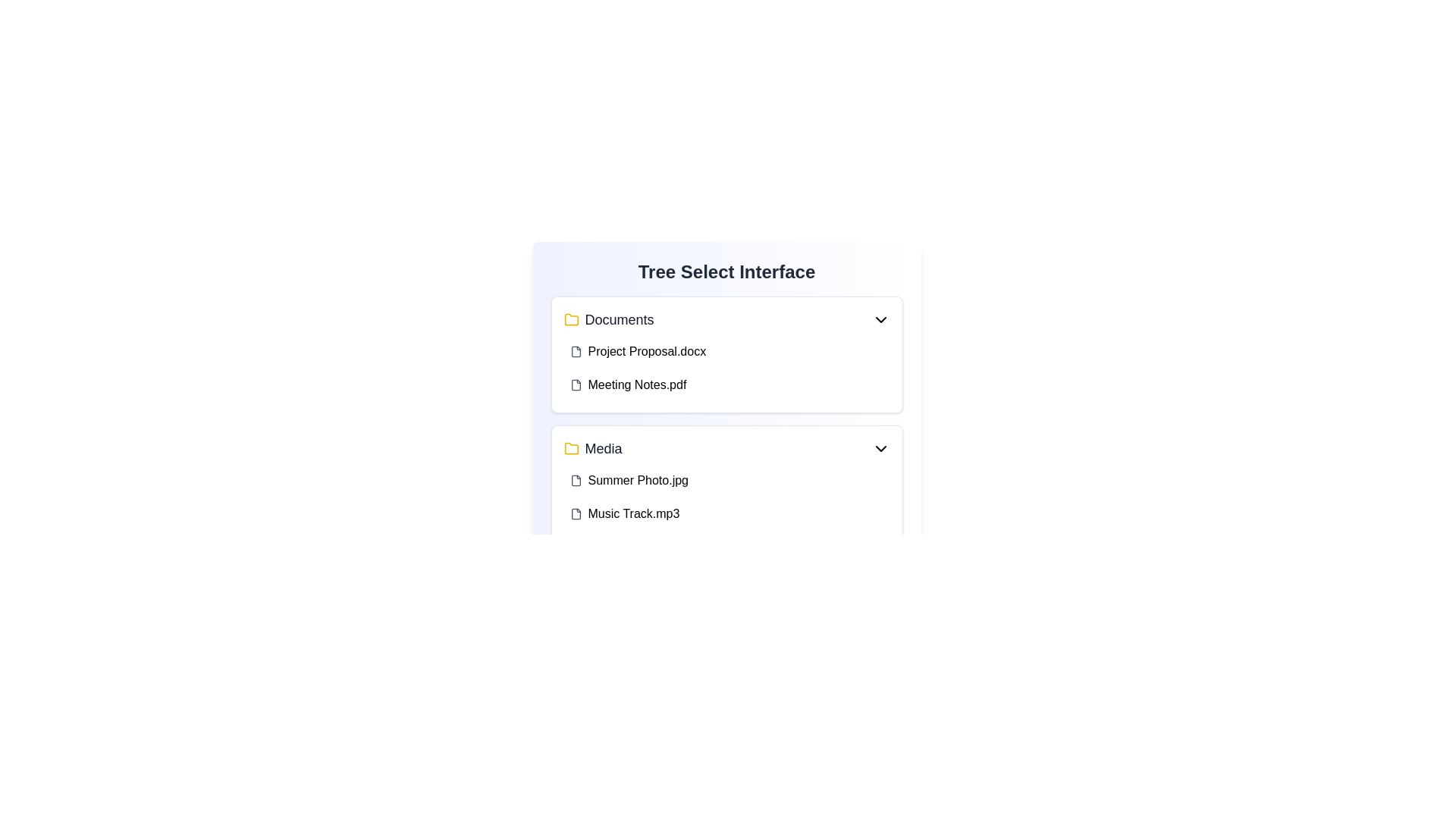 This screenshot has height=819, width=1456. I want to click on the 'Documents' text label with the accompanying yellow folder icon, which serves as a navigational element in the top-left part of the interface, so click(608, 318).